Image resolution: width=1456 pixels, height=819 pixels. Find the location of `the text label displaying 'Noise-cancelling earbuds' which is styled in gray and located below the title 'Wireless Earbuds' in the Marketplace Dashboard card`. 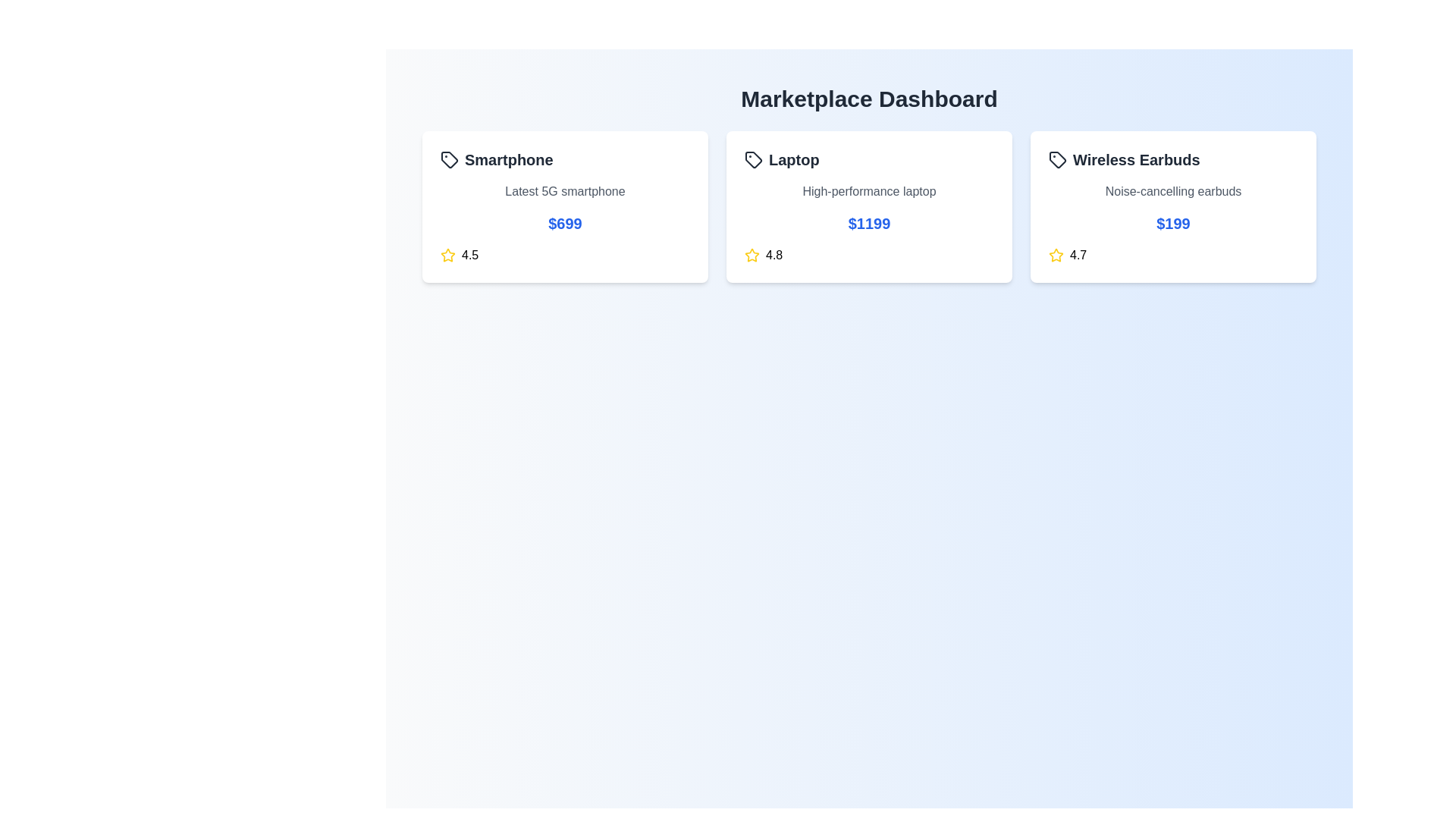

the text label displaying 'Noise-cancelling earbuds' which is styled in gray and located below the title 'Wireless Earbuds' in the Marketplace Dashboard card is located at coordinates (1172, 191).